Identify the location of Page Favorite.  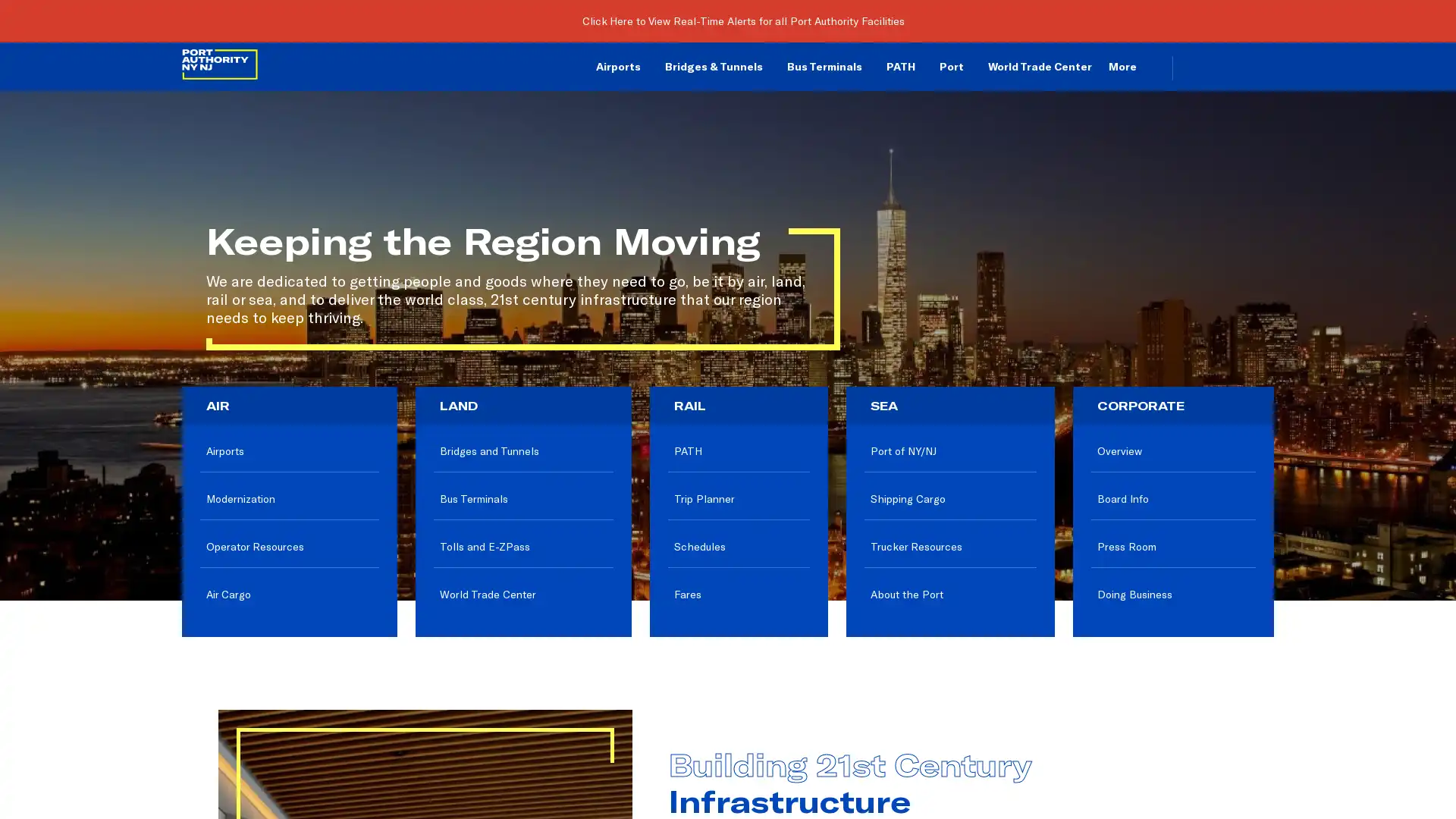
(1201, 65).